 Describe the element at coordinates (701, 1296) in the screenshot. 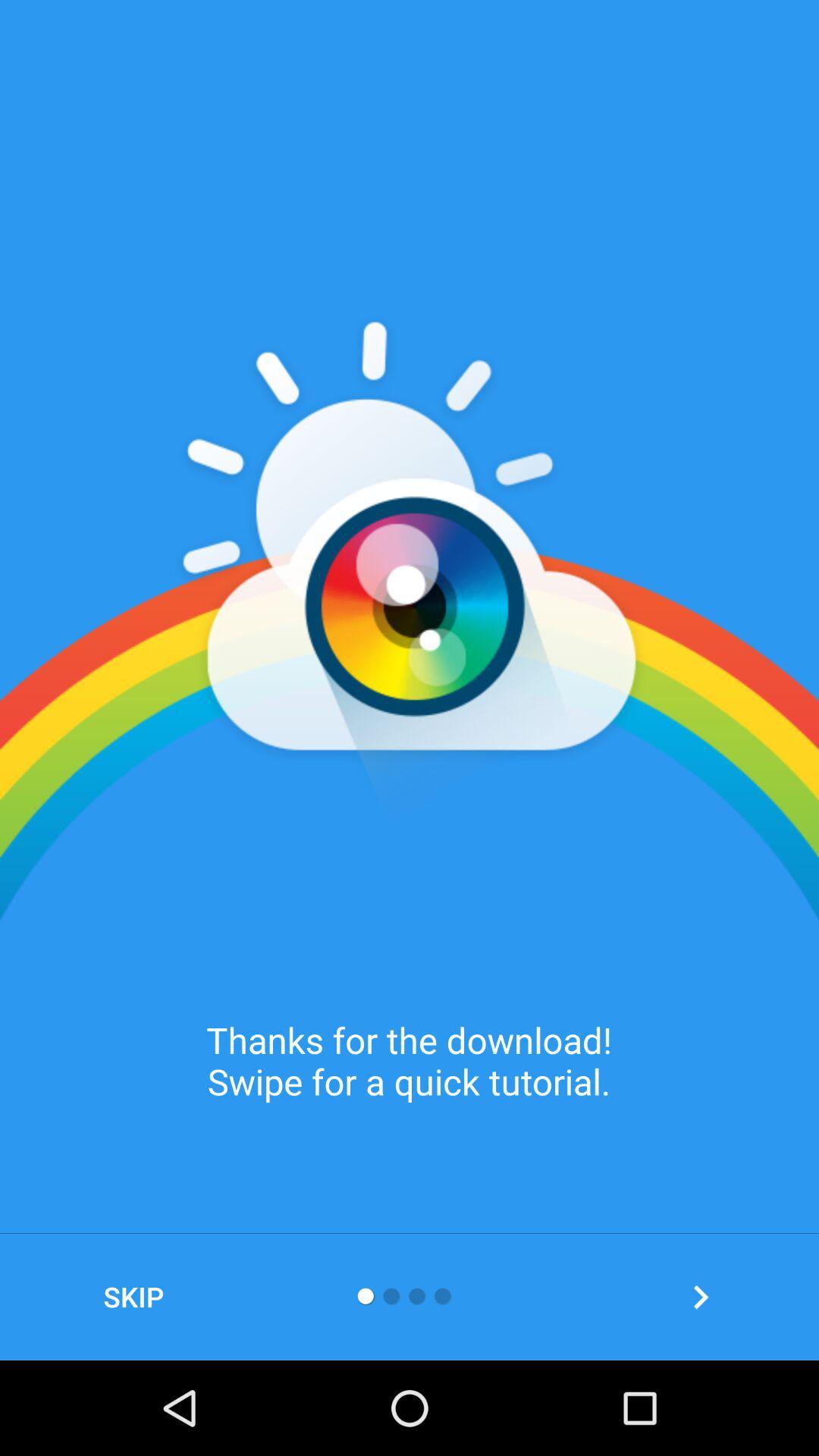

I see `swipe to continue tutorial` at that location.